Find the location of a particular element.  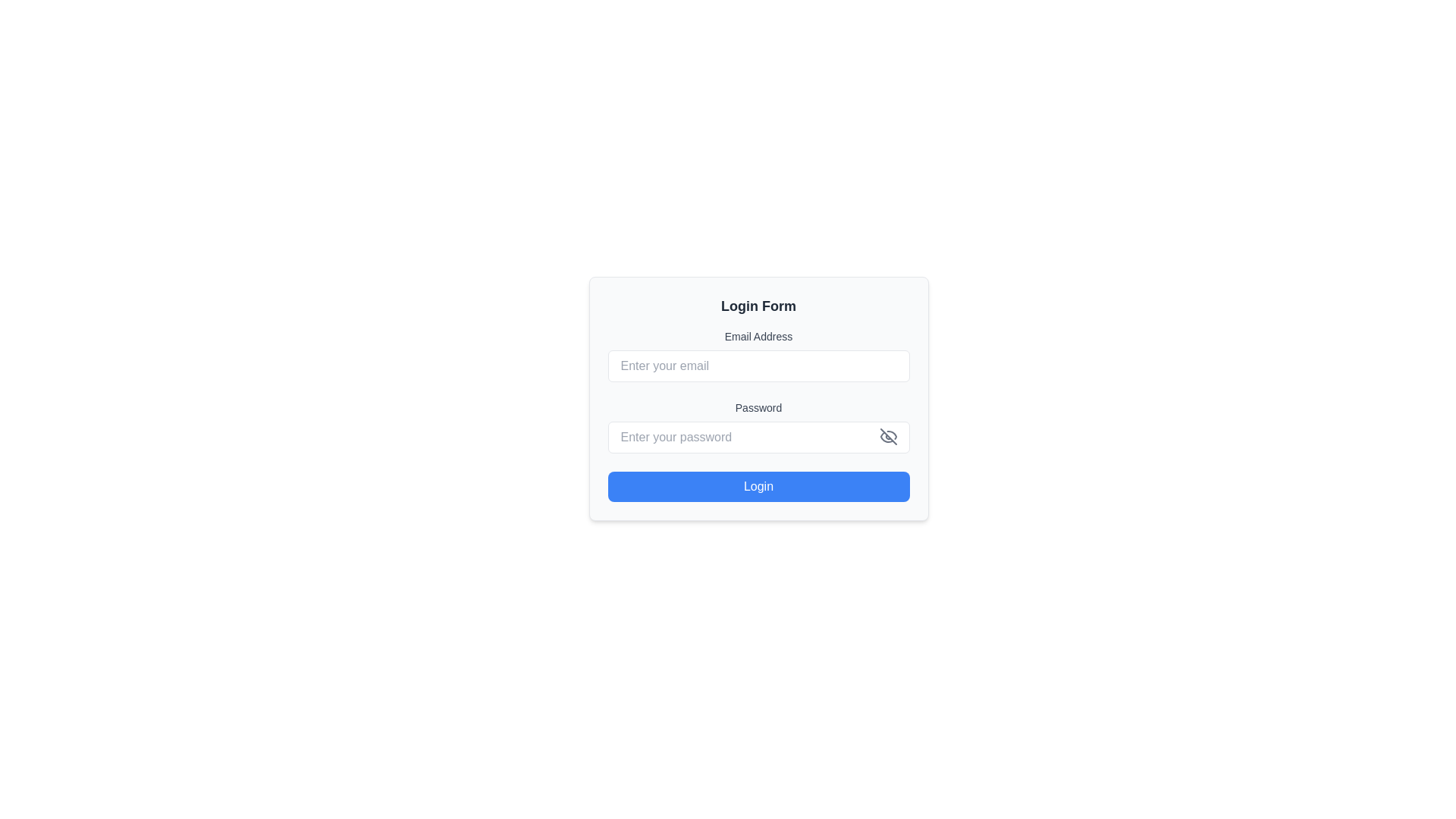

the 'Login' button, which has a blue background and white text, located at the bottom of the login form is located at coordinates (758, 486).